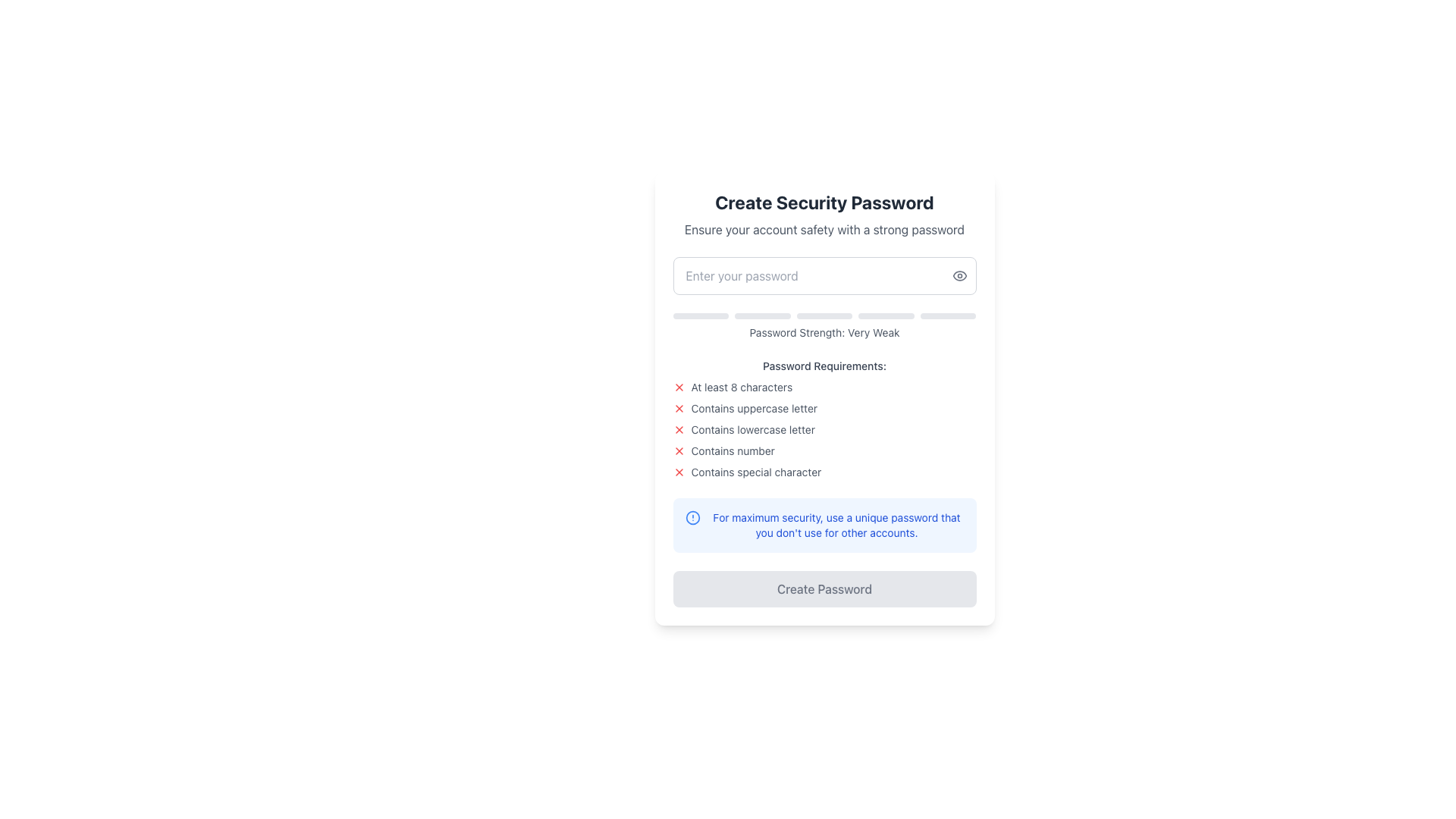 The image size is (1456, 819). What do you see at coordinates (742, 386) in the screenshot?
I see `the text label that informs the user about the password requirement of at least 8 characters, positioned after the red 'X' icon` at bounding box center [742, 386].